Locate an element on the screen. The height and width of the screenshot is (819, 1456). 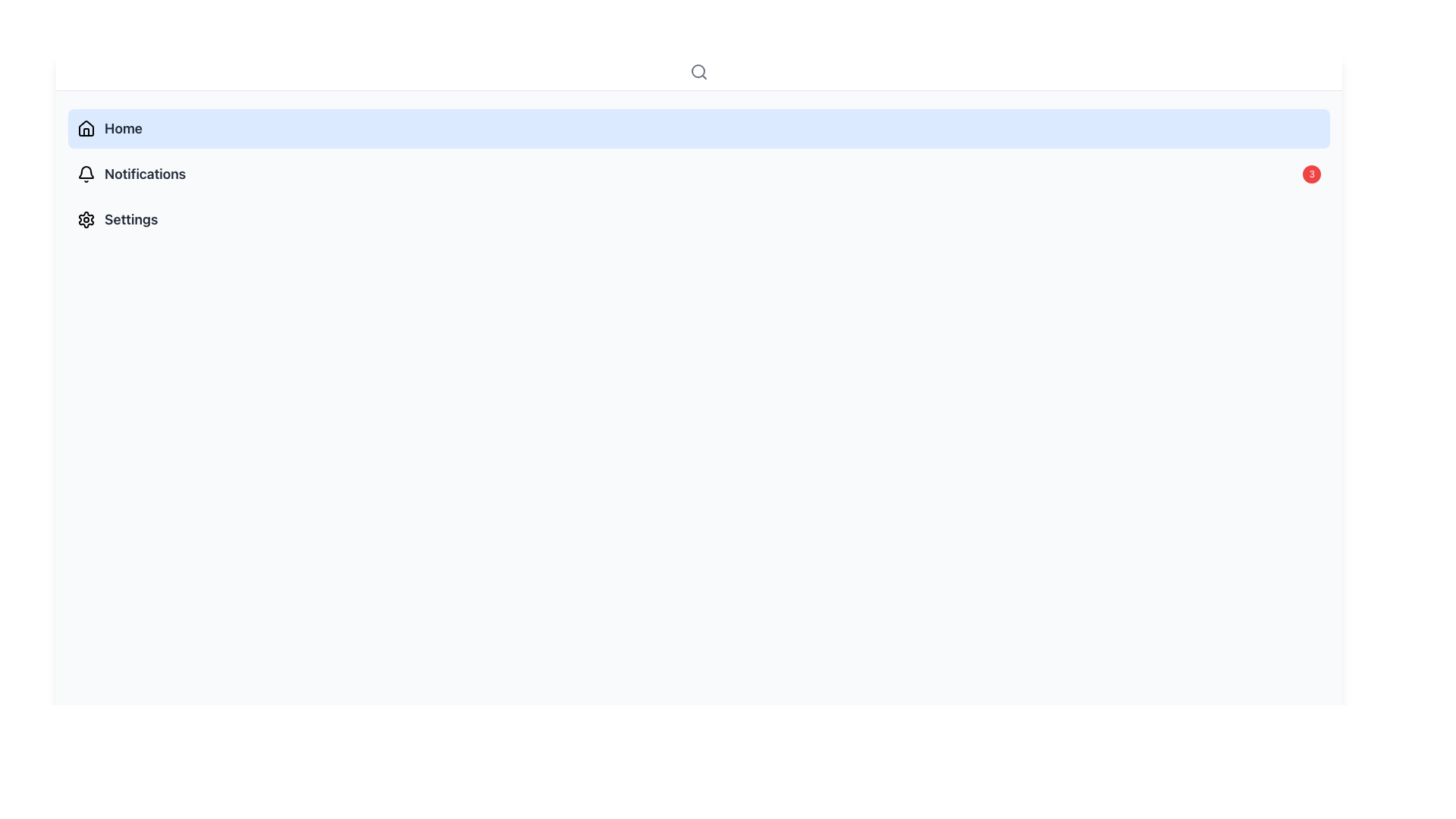
the 'Notifications' navigational link in the left sidebar panel is located at coordinates (131, 174).